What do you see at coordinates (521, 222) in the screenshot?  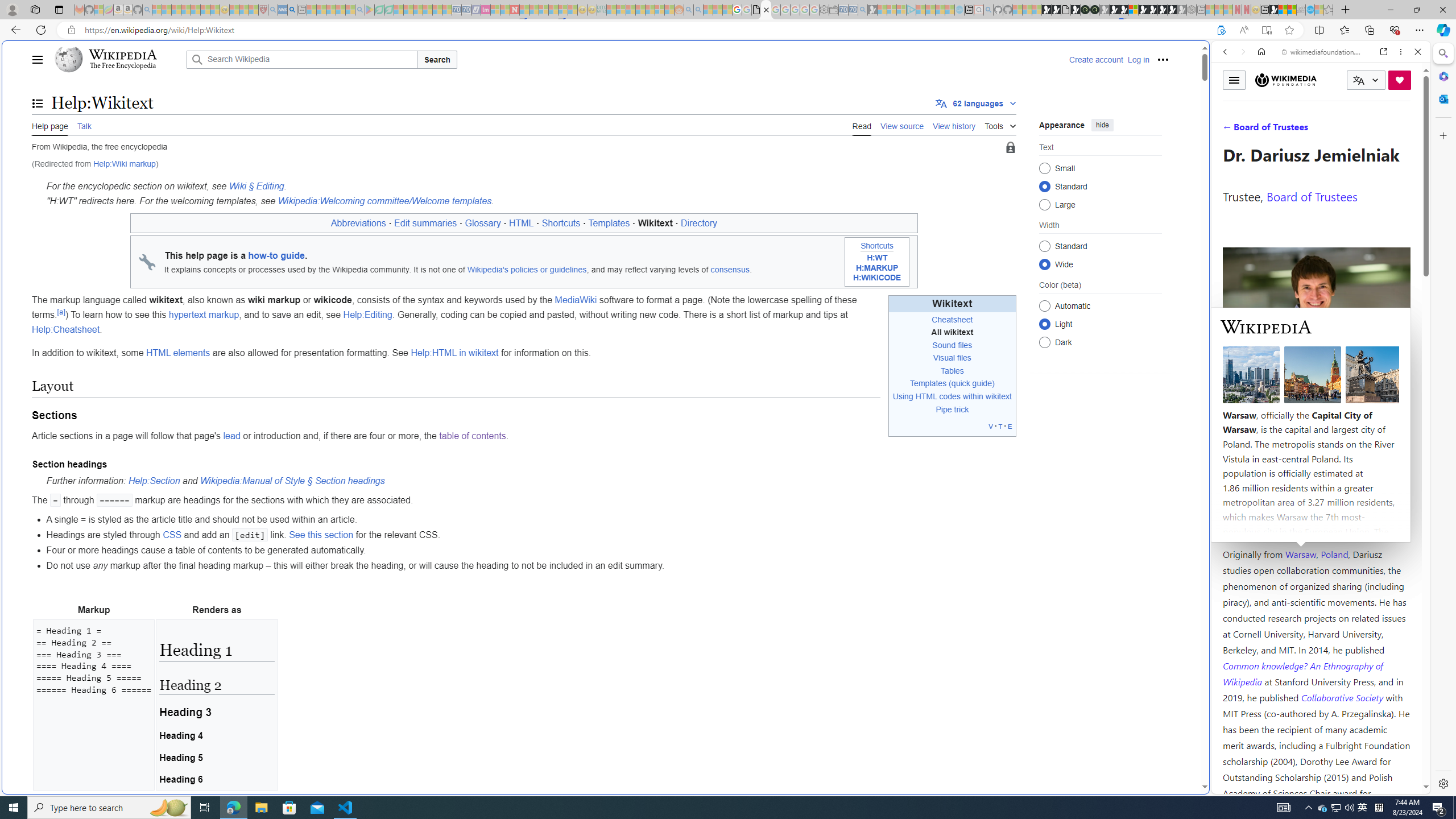 I see `'HTML'` at bounding box center [521, 222].